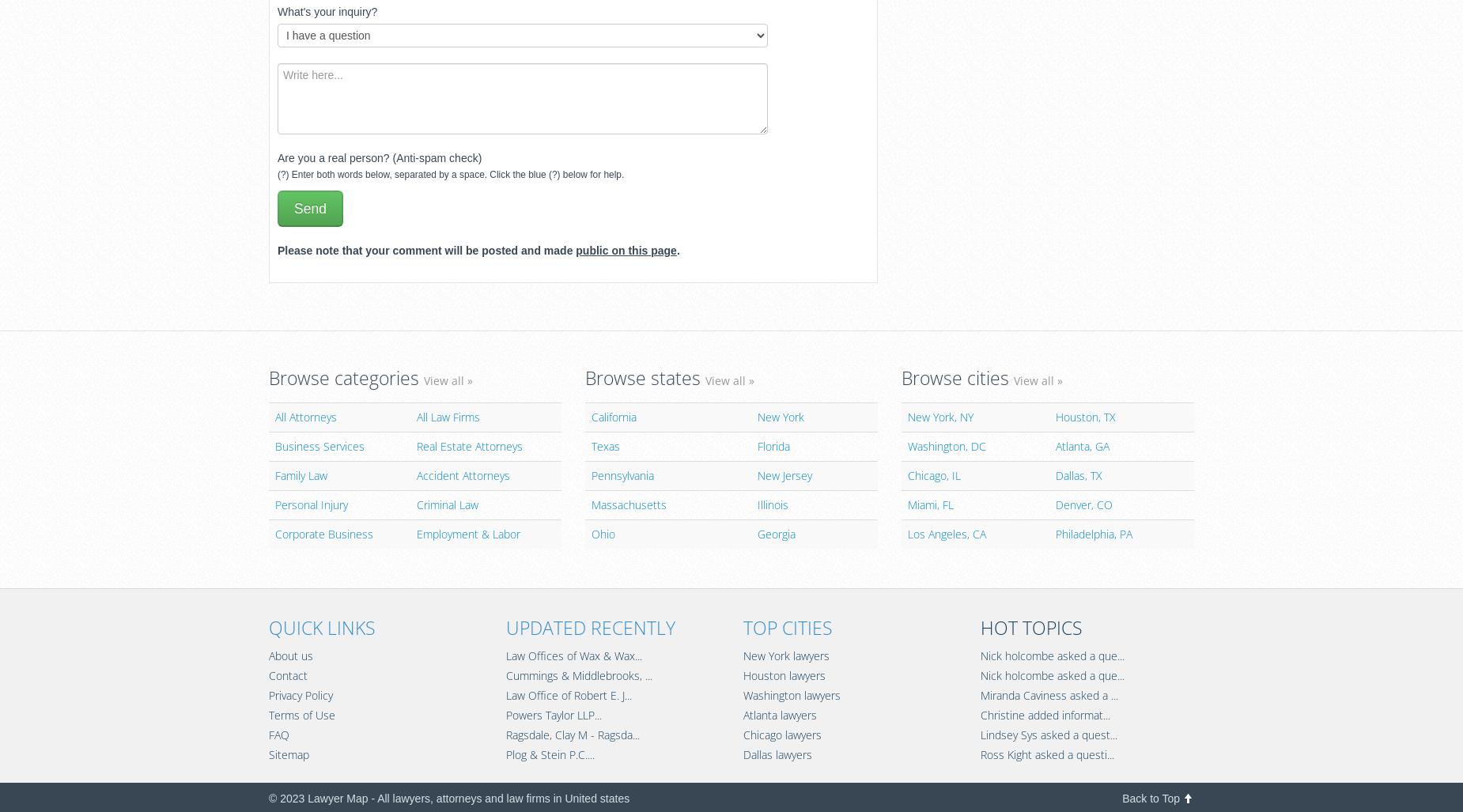 Image resolution: width=1463 pixels, height=812 pixels. Describe the element at coordinates (426, 249) in the screenshot. I see `'Please note that your comment will be posted and made'` at that location.